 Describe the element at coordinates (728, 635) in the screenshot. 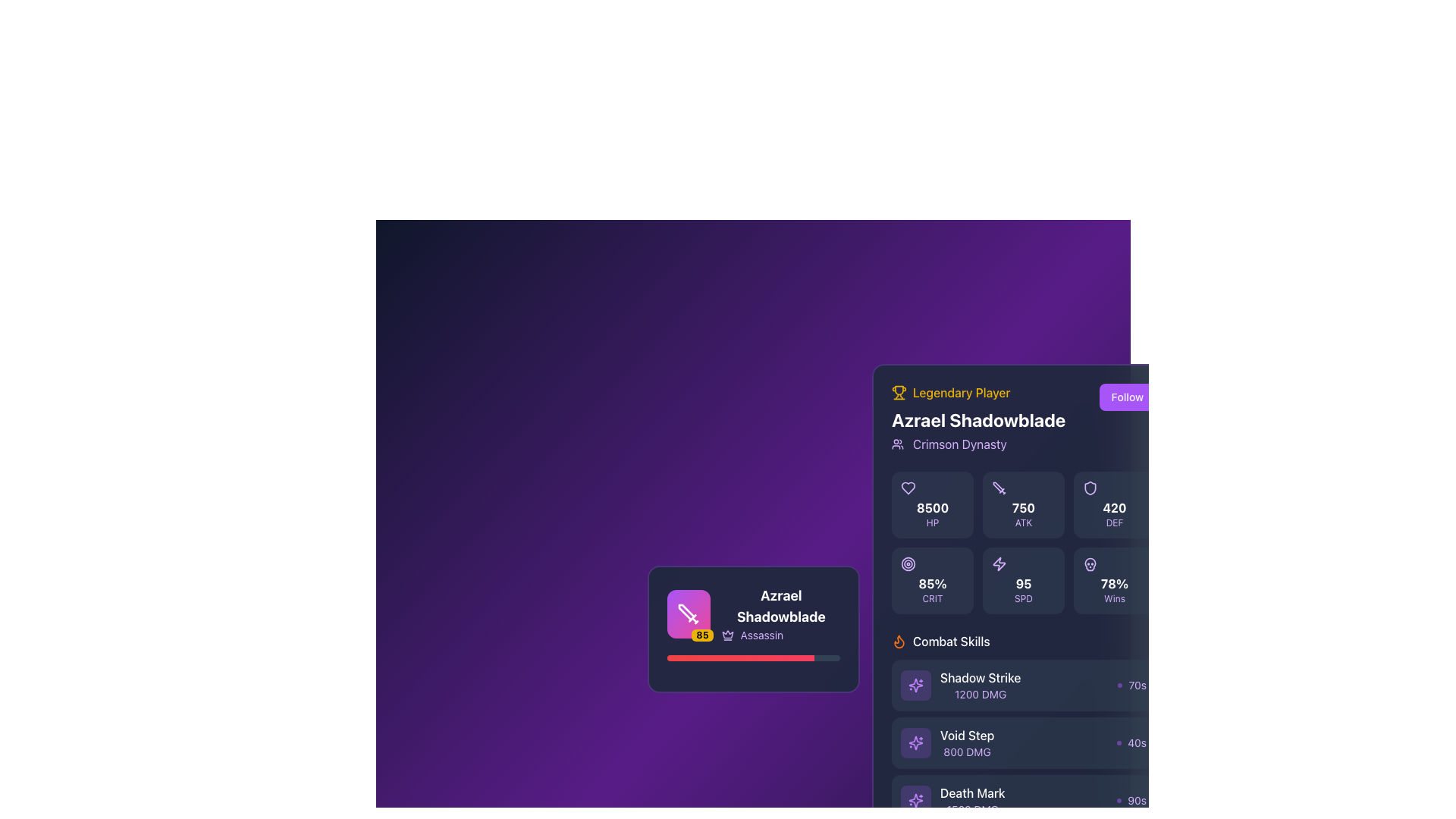

I see `the 'Assassin' role icon, which is visually aligned to the left of the text 'Assassin' and indicates the status associated with this role` at that location.